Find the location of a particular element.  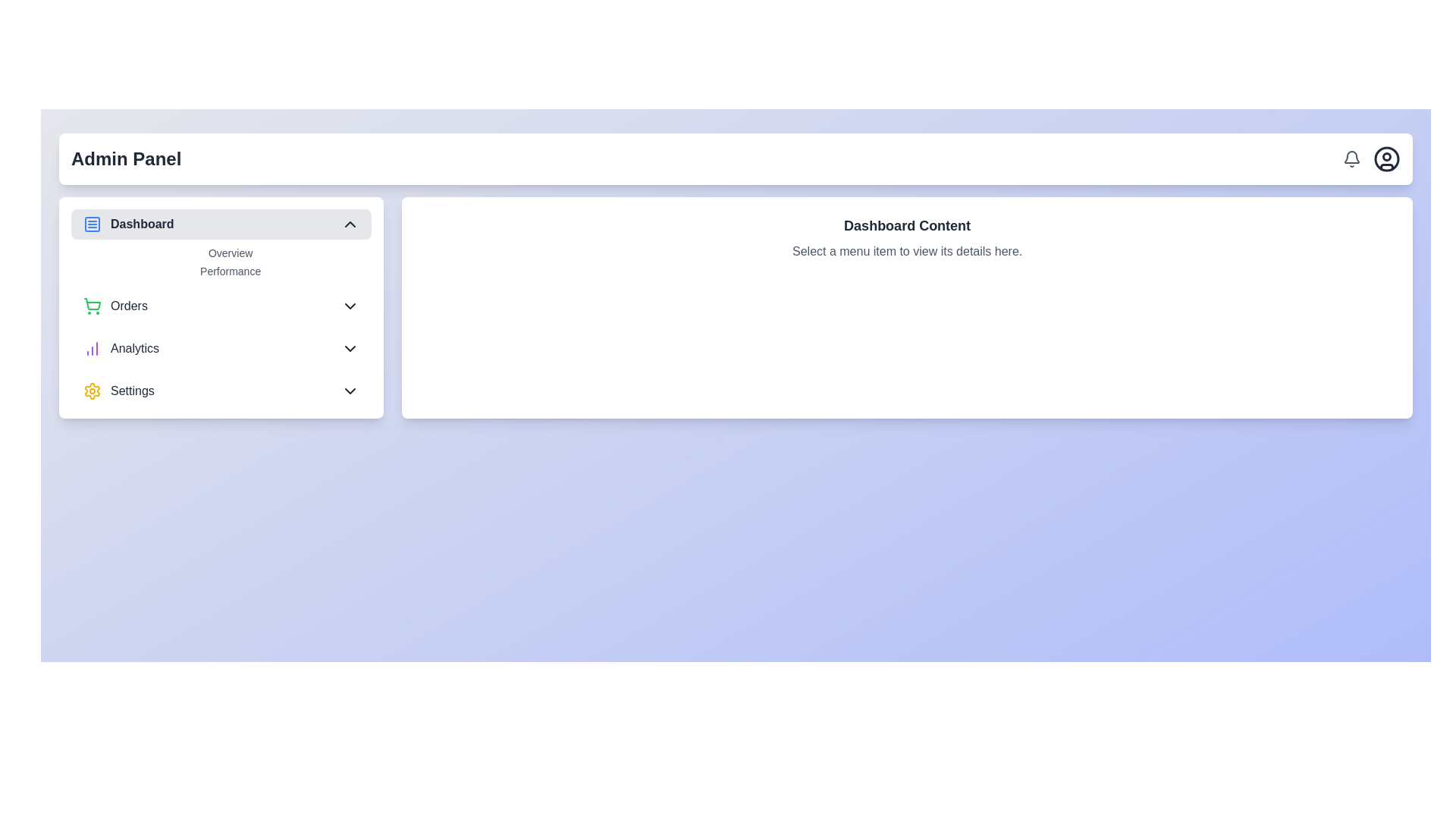

the fourth item in the vertical navigation menu under the 'Admin Panel' is located at coordinates (221, 391).